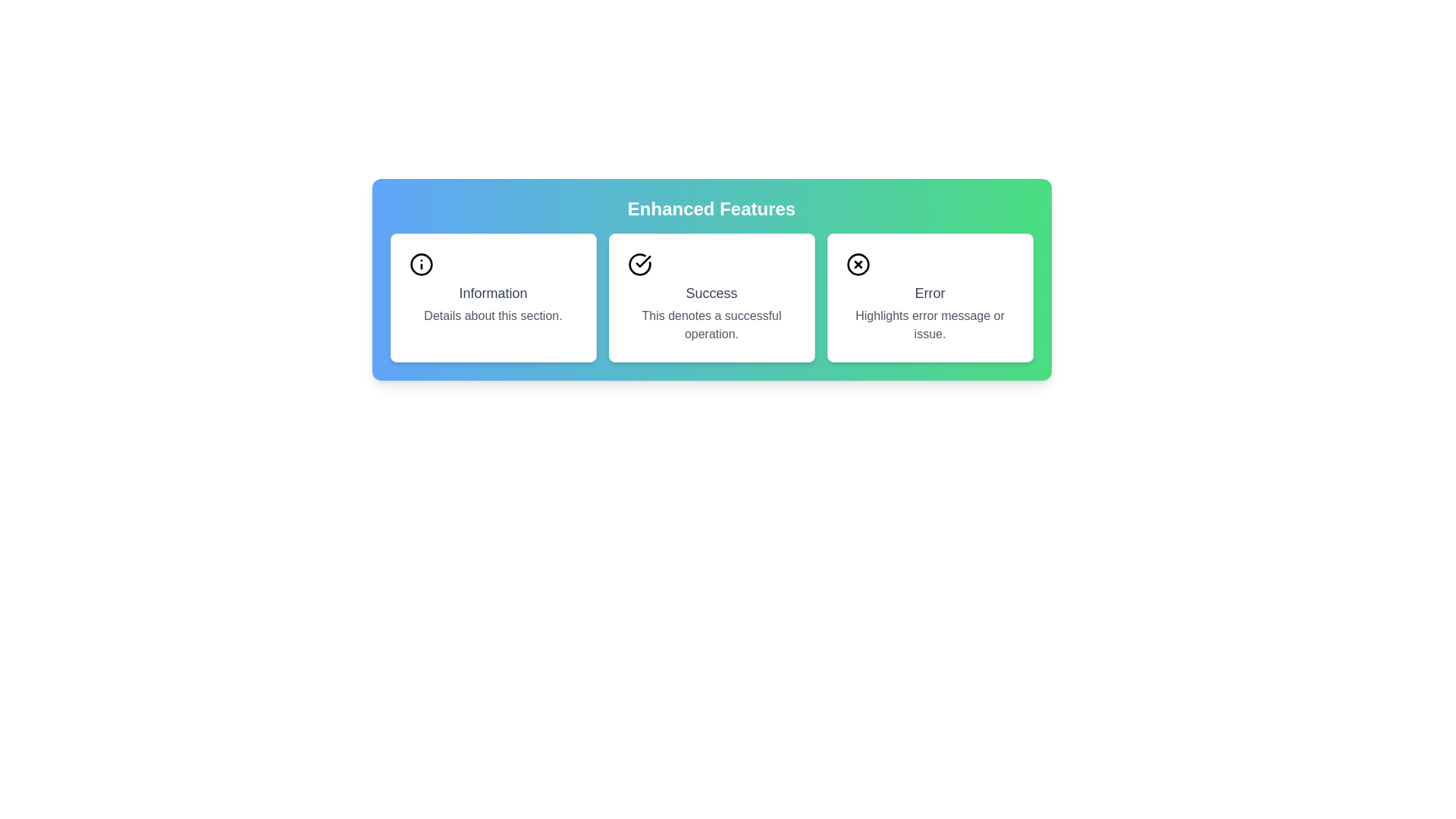 This screenshot has height=819, width=1456. Describe the element at coordinates (929, 298) in the screenshot. I see `the error indication card icon, which is a black circle with an 'X' located at the top-left corner of the white-bordered rectangular card` at that location.